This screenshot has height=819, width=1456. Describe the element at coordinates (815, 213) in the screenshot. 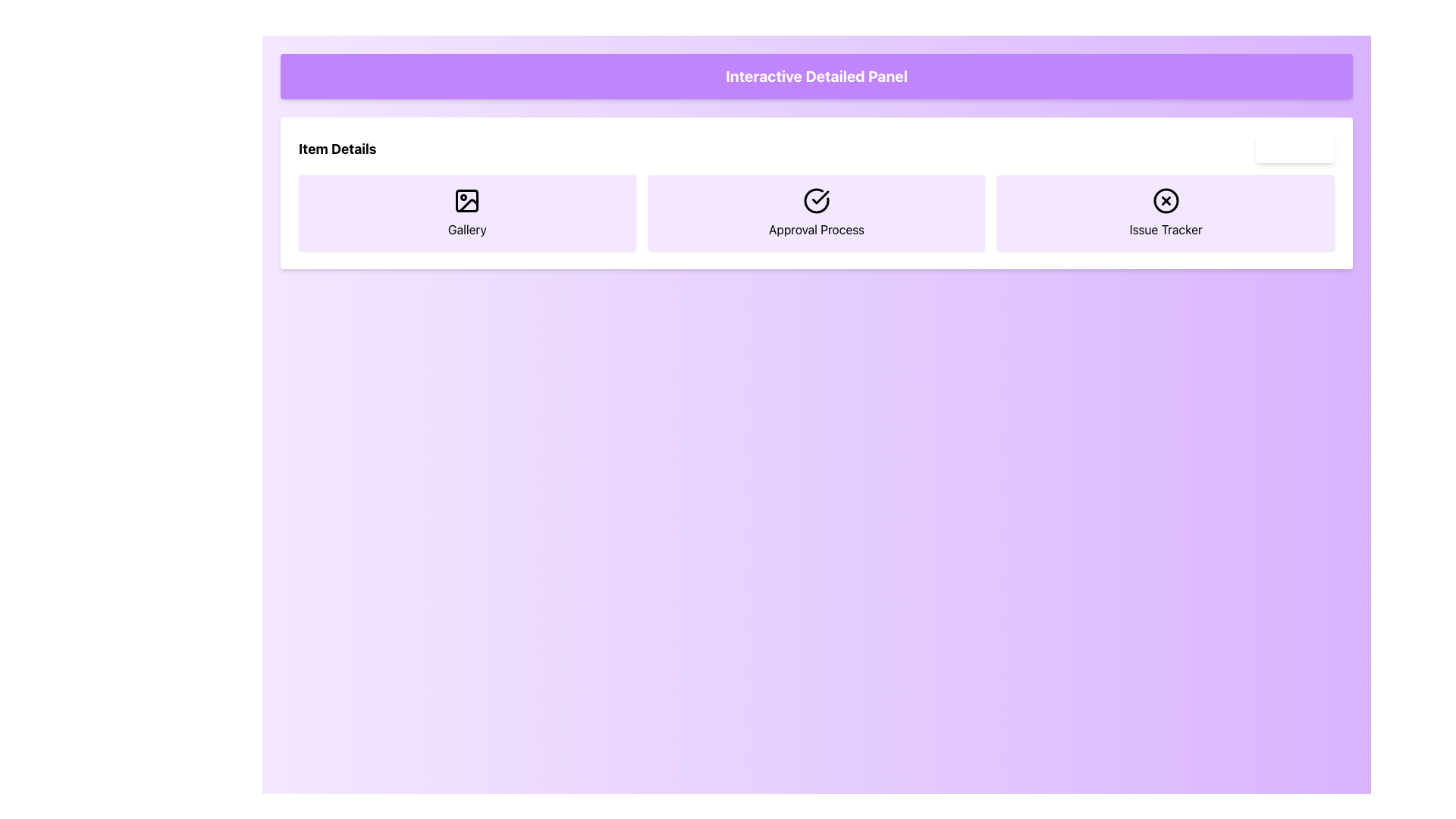

I see `the Informational Card that indicates or accesses the 'Approval Process' section, which is the second item in a three-item grid layout` at that location.